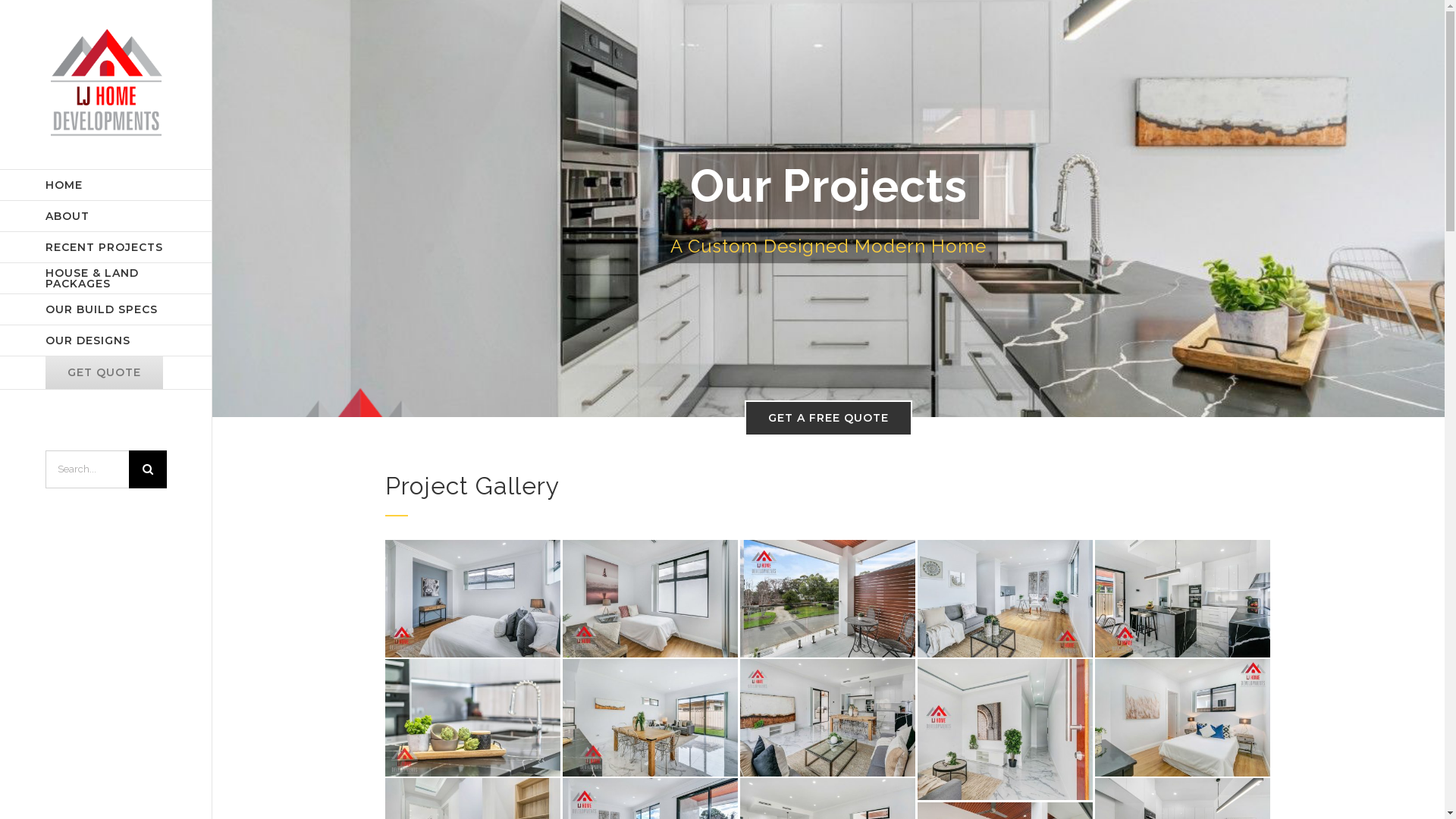  What do you see at coordinates (827, 717) in the screenshot?
I see `'7'` at bounding box center [827, 717].